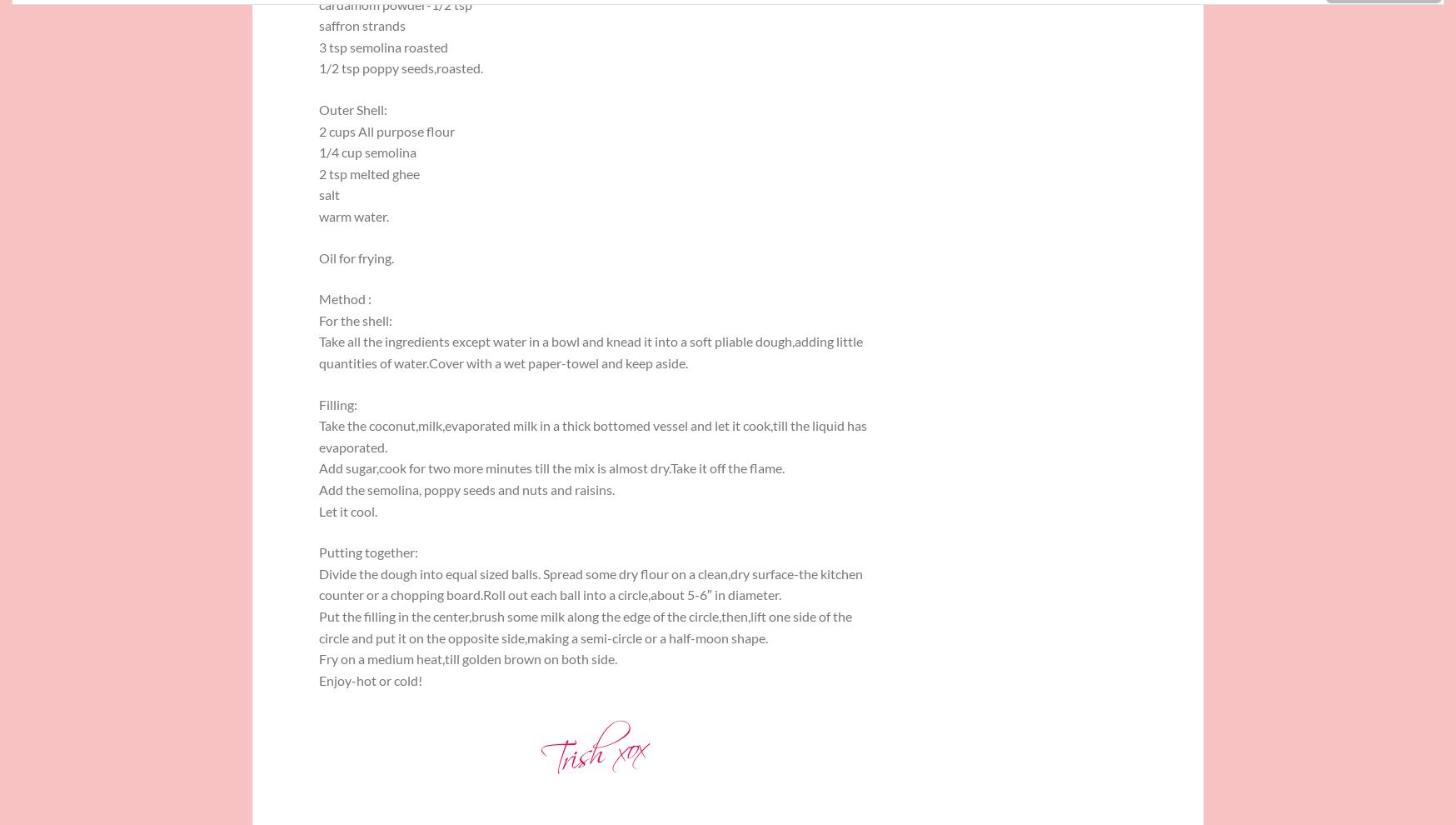 Image resolution: width=1456 pixels, height=825 pixels. I want to click on '2 tsp melted ghee', so click(368, 172).